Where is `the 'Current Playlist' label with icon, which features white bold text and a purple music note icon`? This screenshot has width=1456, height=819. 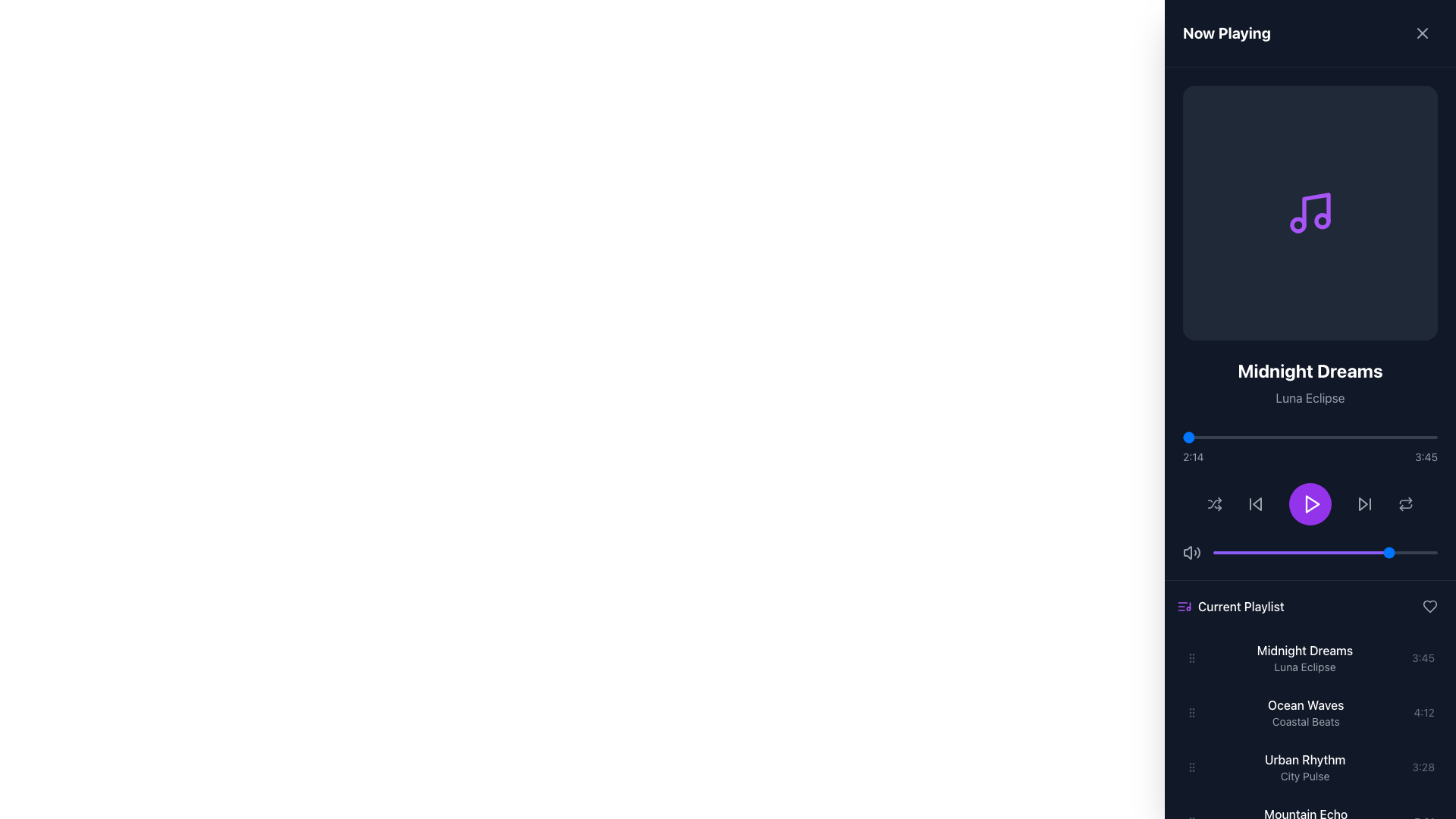
the 'Current Playlist' label with icon, which features white bold text and a purple music note icon is located at coordinates (1230, 605).